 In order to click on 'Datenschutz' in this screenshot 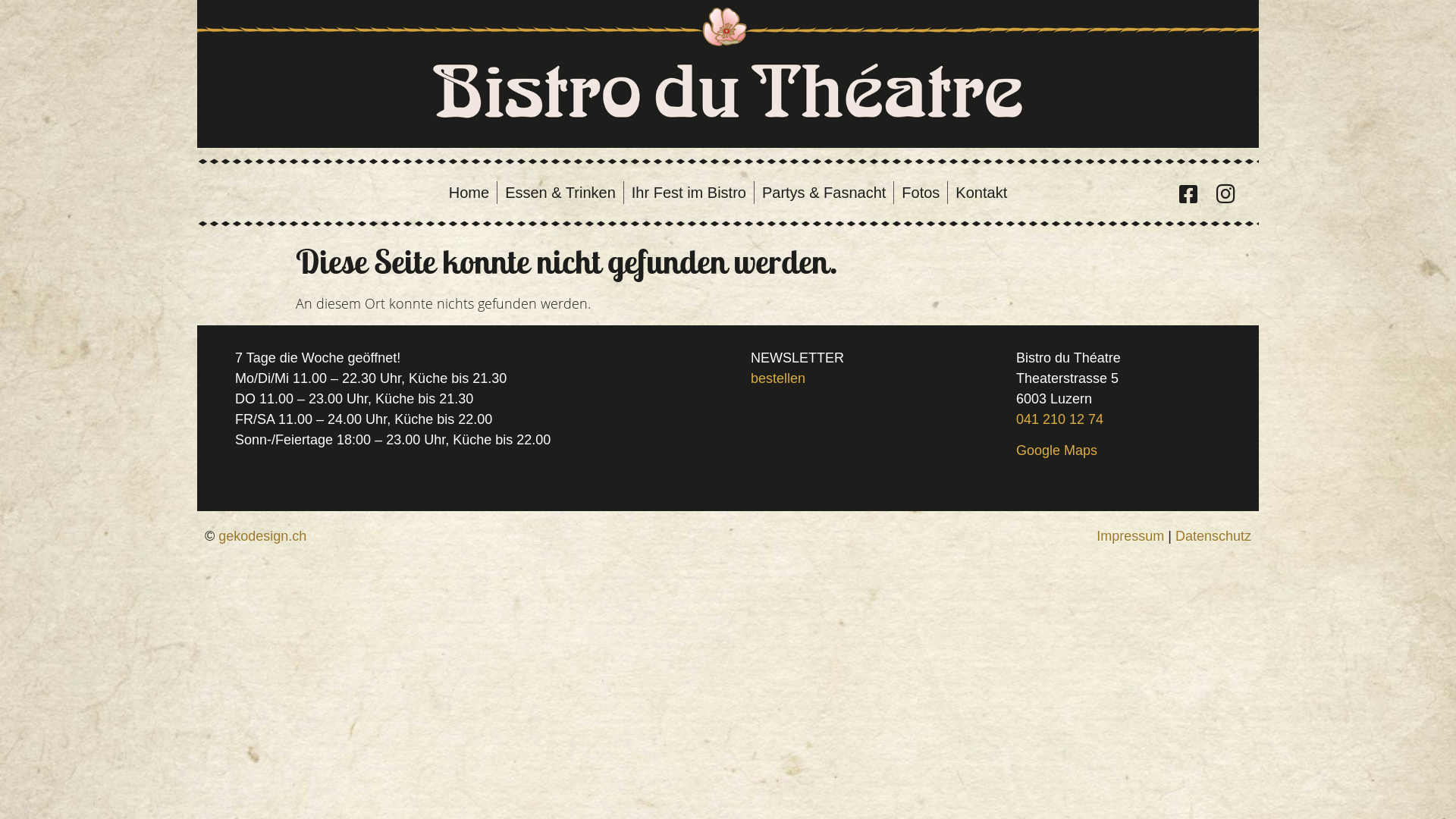, I will do `click(1212, 535)`.